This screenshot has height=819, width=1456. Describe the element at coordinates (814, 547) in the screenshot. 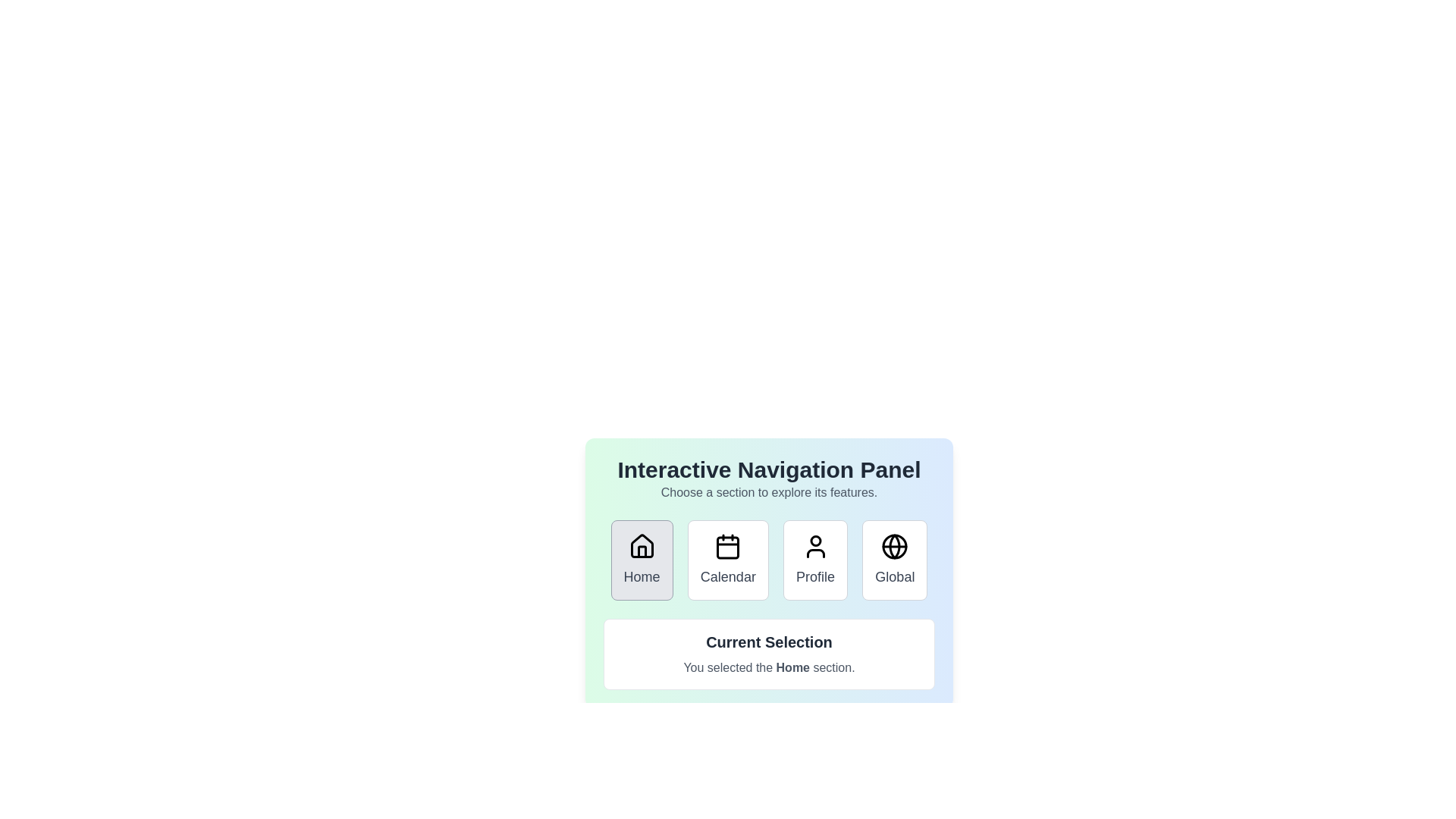

I see `the 'Profile' icon located at the top center of the 'Profile' button` at that location.